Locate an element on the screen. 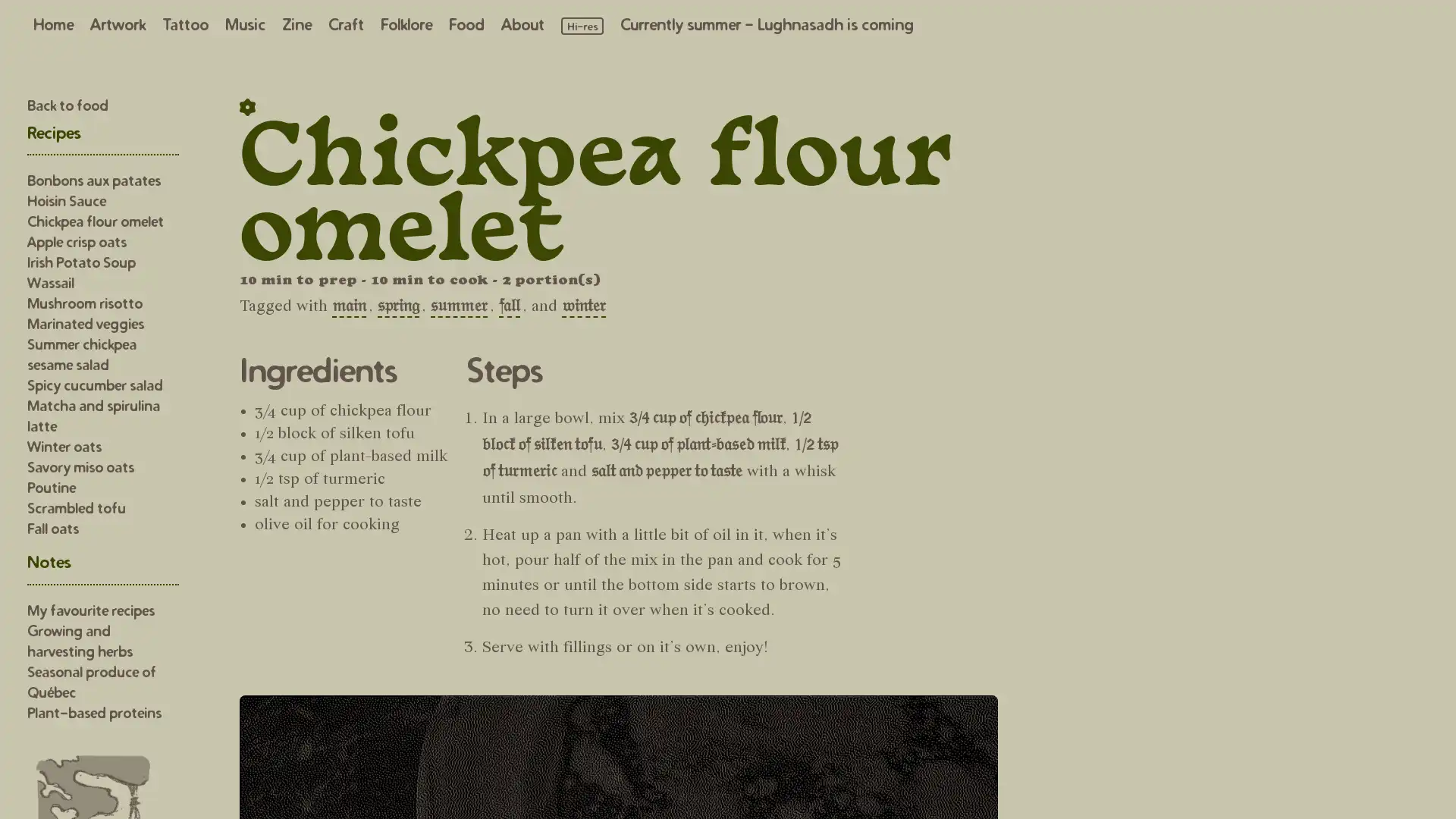 The image size is (1456, 819). Load high resolution images is located at coordinates (582, 26).